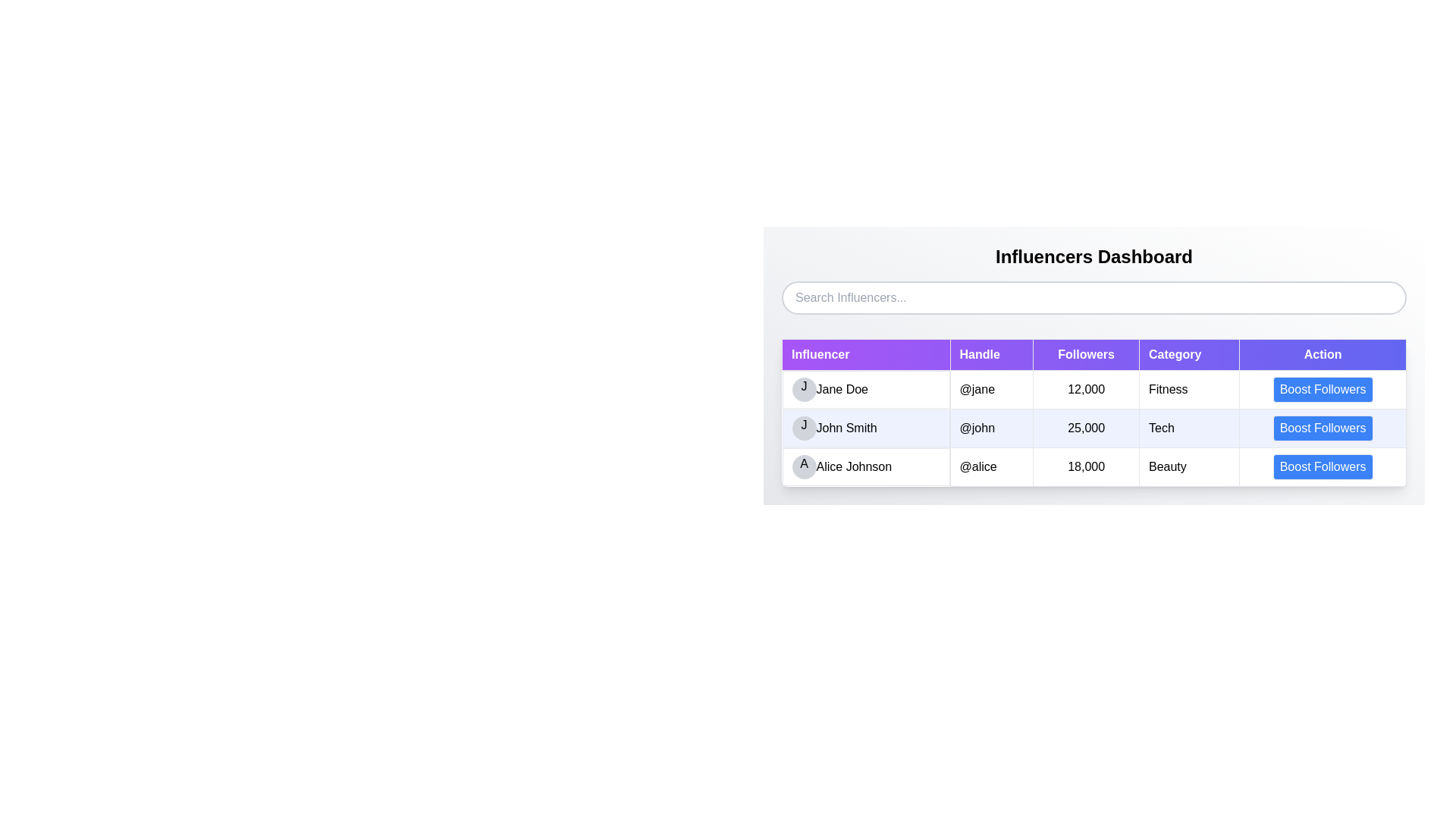 The height and width of the screenshot is (819, 1456). What do you see at coordinates (1322, 466) in the screenshot?
I see `the 'Boost Followers' button located in the last row of the 'Influencers Dashboard' table for Alice Johnson to initiate the action` at bounding box center [1322, 466].